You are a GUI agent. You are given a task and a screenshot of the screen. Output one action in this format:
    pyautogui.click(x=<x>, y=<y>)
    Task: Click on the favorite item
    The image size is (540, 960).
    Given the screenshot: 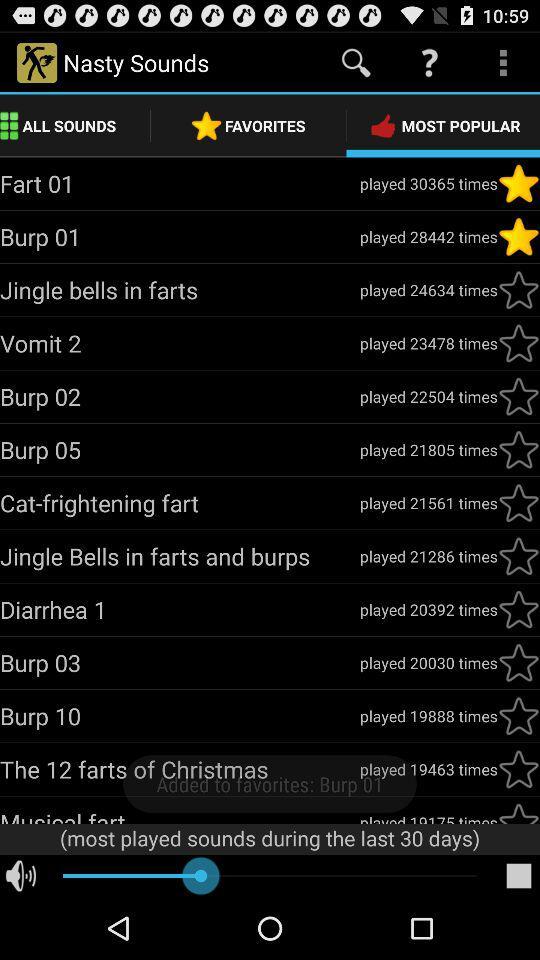 What is the action you would take?
    pyautogui.click(x=518, y=395)
    